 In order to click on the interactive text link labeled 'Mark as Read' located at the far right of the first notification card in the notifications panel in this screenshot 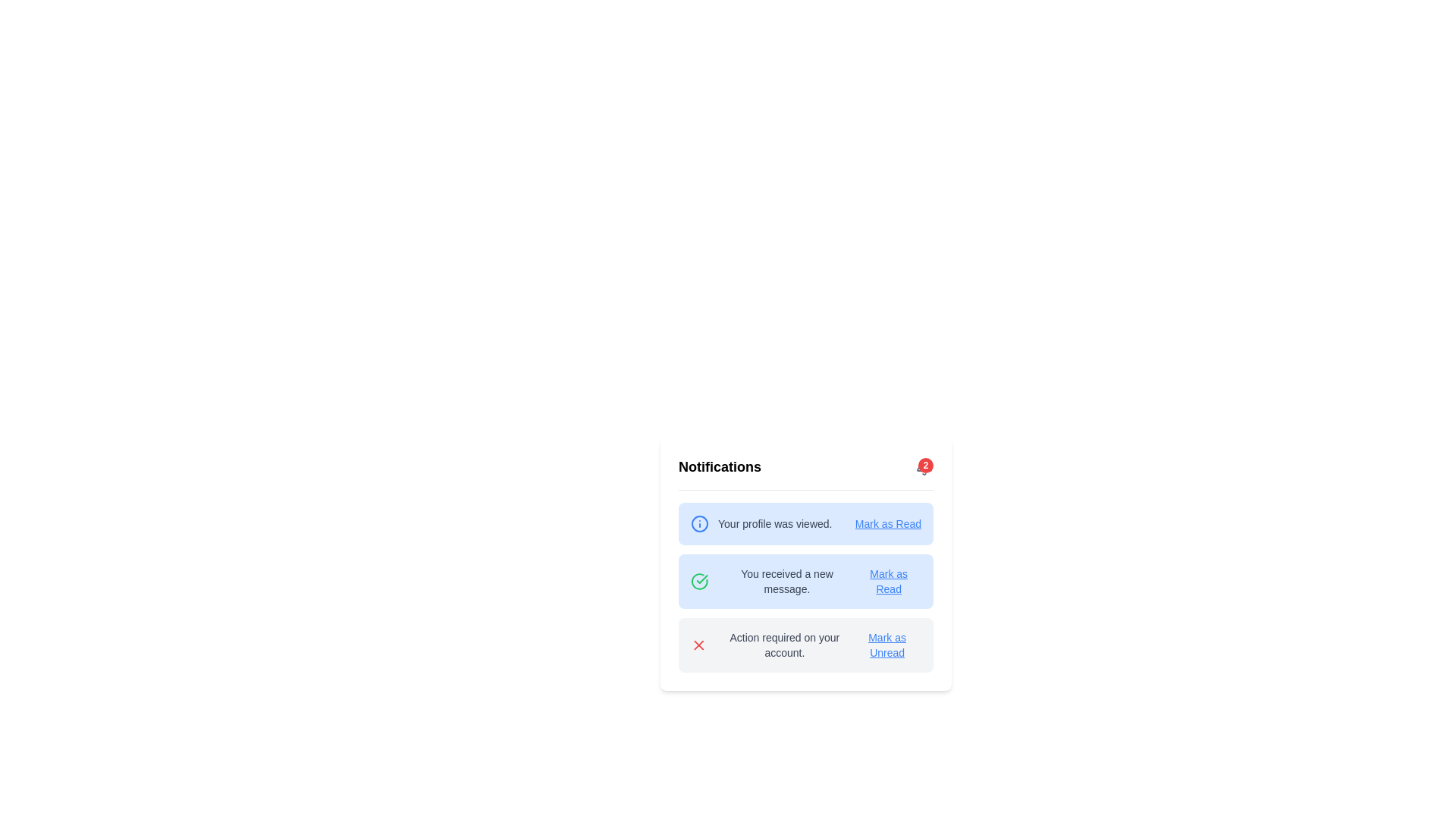, I will do `click(888, 522)`.